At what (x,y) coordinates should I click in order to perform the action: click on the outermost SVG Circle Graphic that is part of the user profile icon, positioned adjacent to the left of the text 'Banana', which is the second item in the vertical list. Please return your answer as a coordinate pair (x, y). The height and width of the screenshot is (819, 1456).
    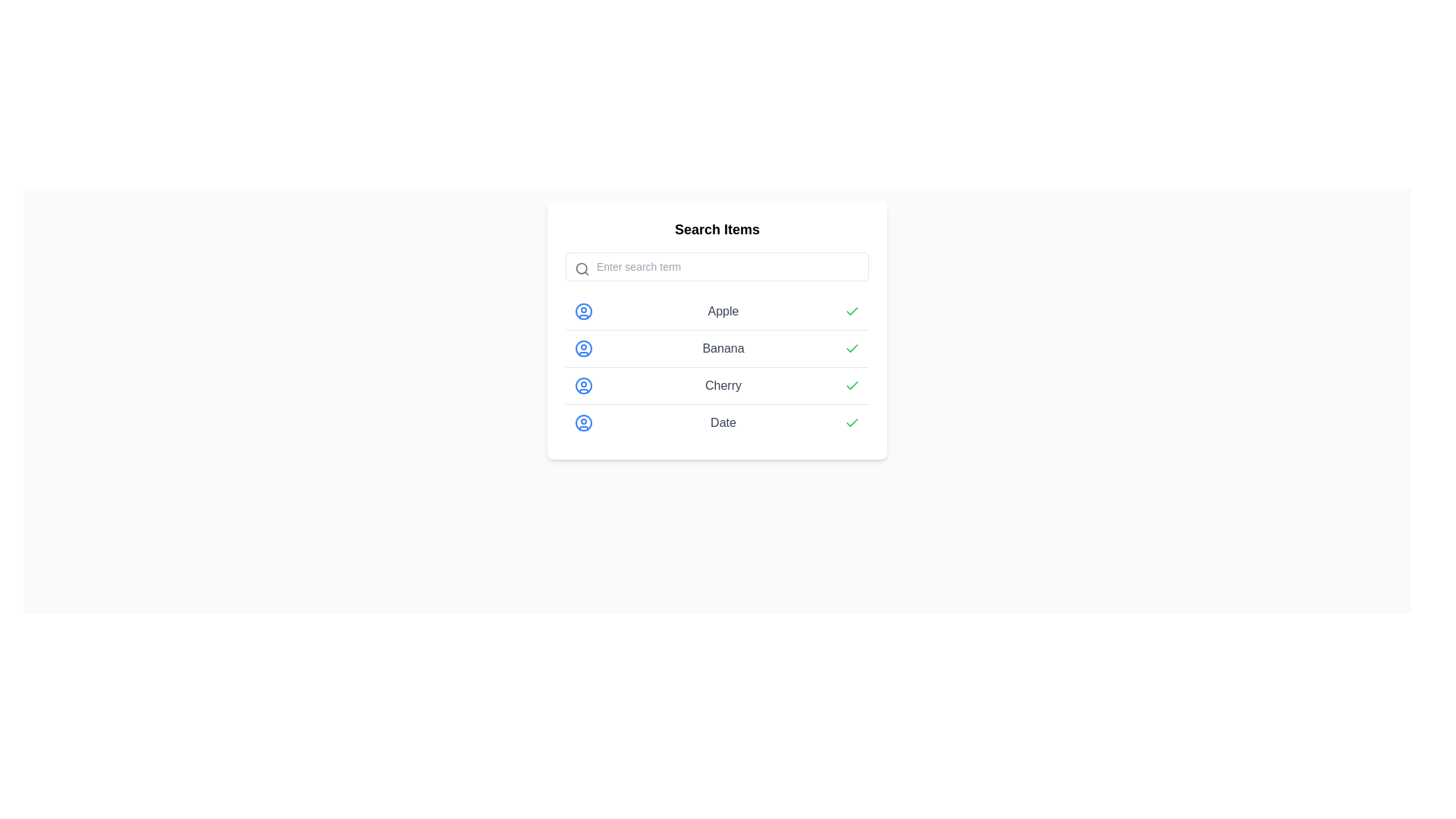
    Looking at the image, I should click on (582, 348).